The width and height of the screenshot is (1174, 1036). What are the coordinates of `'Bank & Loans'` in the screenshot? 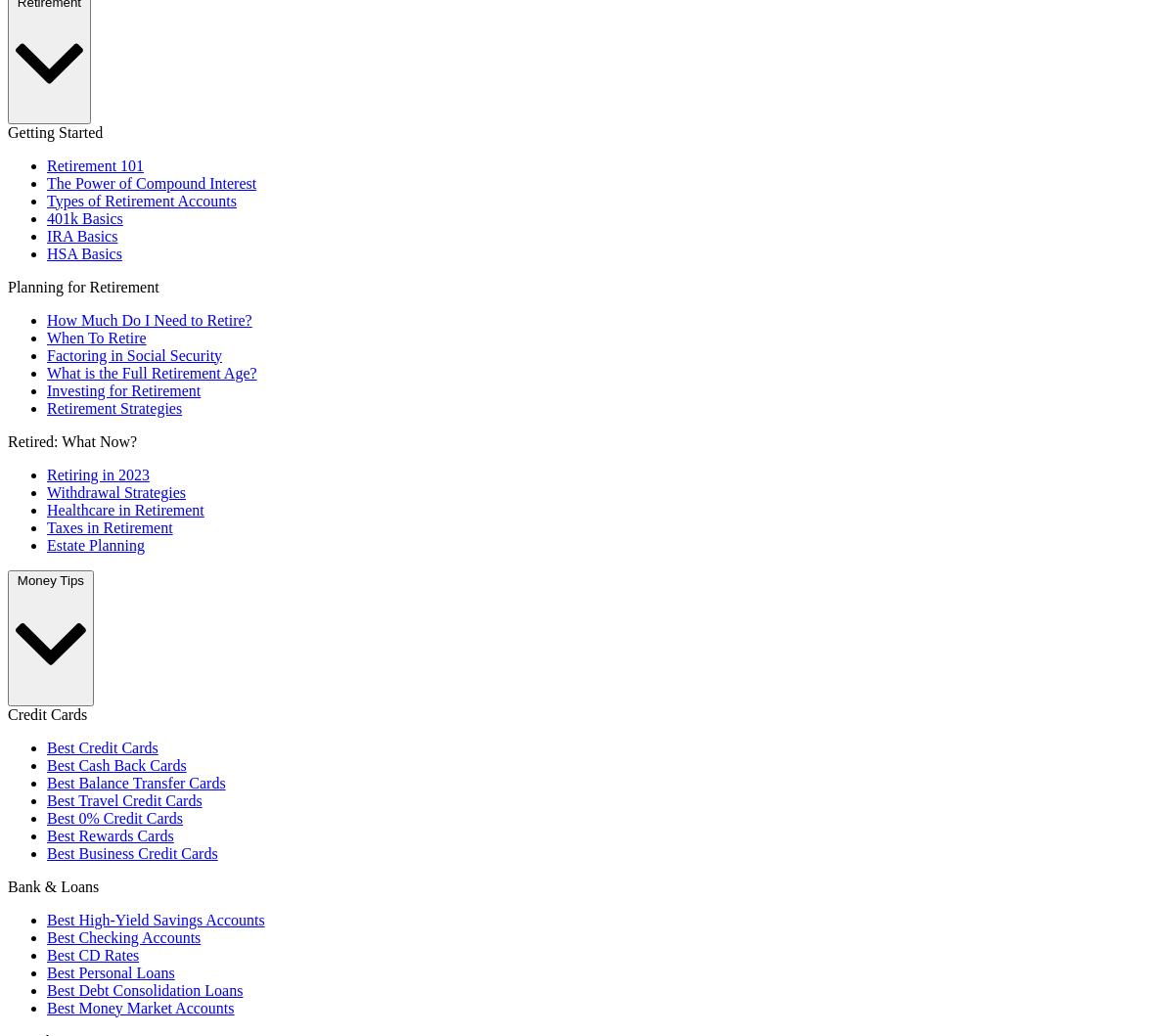 It's located at (53, 885).